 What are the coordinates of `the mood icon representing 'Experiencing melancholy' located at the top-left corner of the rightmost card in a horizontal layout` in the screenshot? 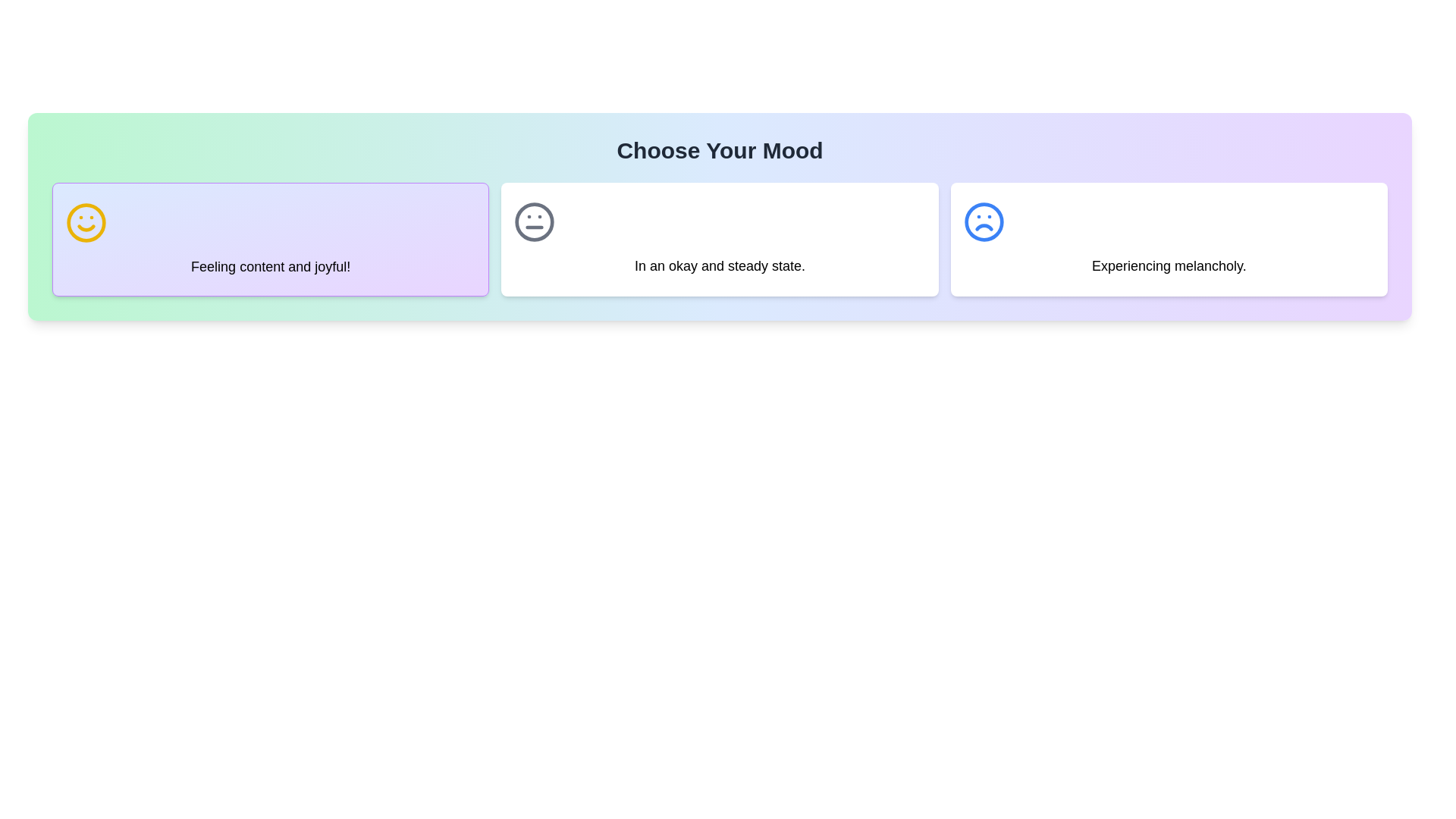 It's located at (984, 222).